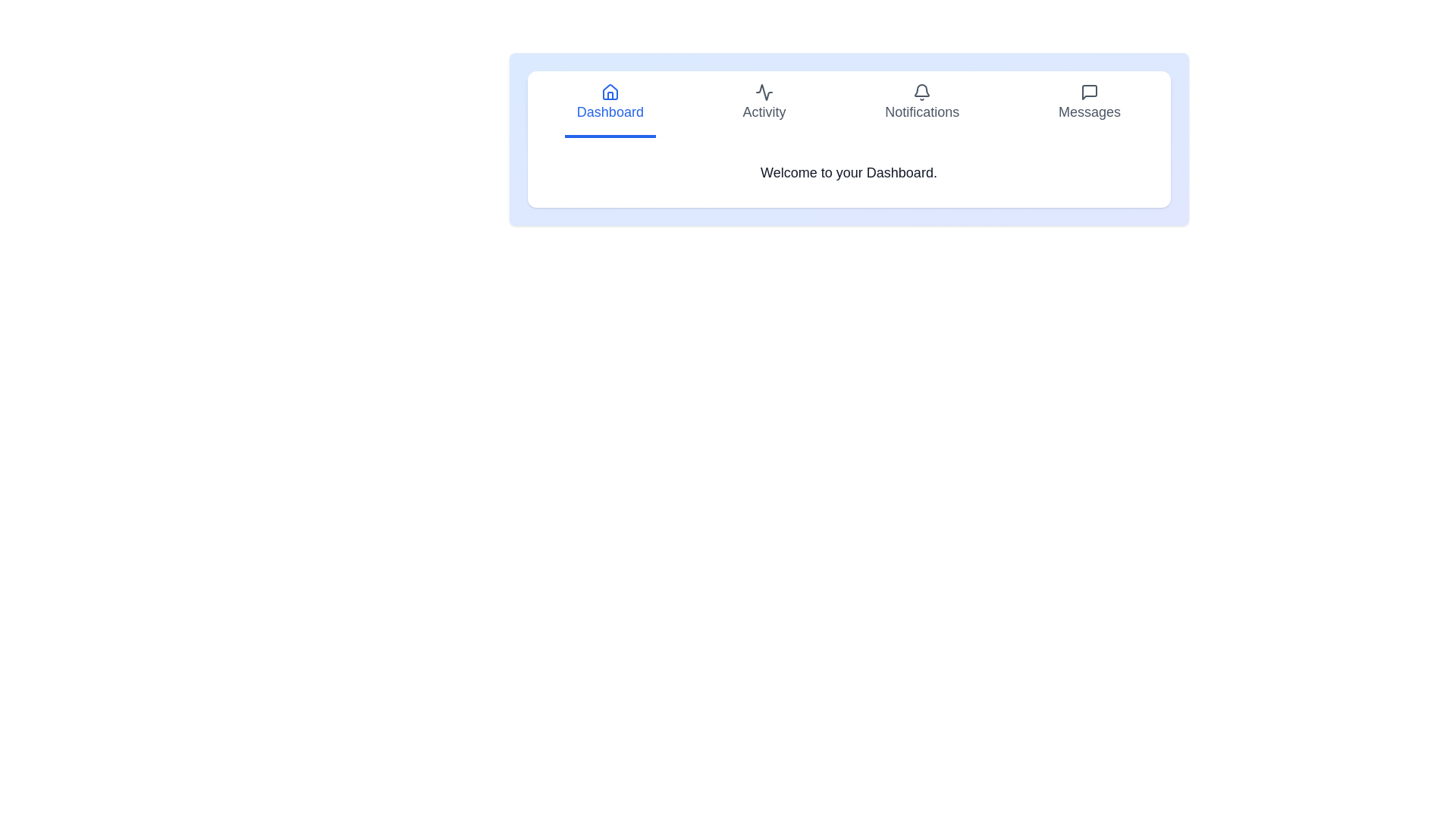  I want to click on the tab labeled Activity, so click(764, 104).